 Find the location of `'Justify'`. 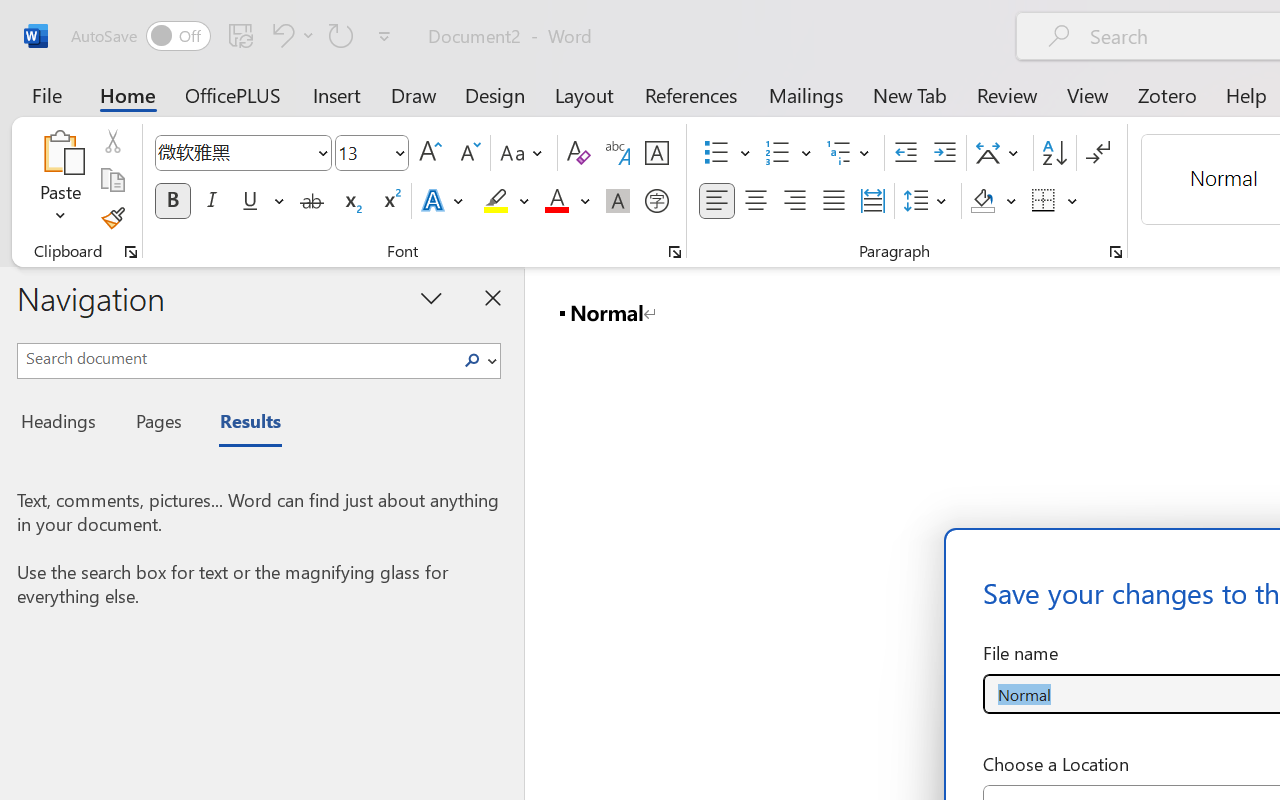

'Justify' is located at coordinates (834, 201).